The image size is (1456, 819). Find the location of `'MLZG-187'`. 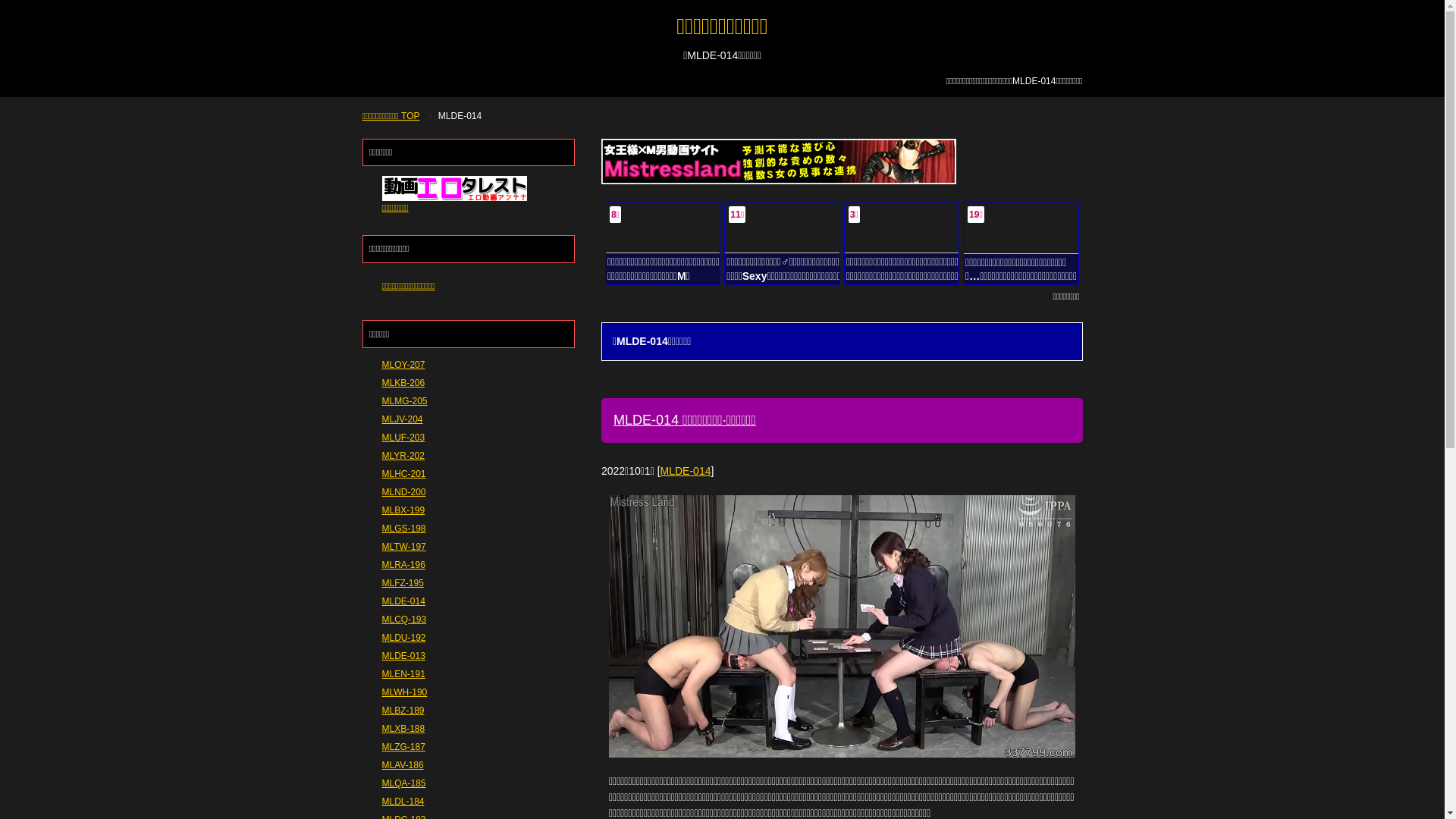

'MLZG-187' is located at coordinates (382, 745).